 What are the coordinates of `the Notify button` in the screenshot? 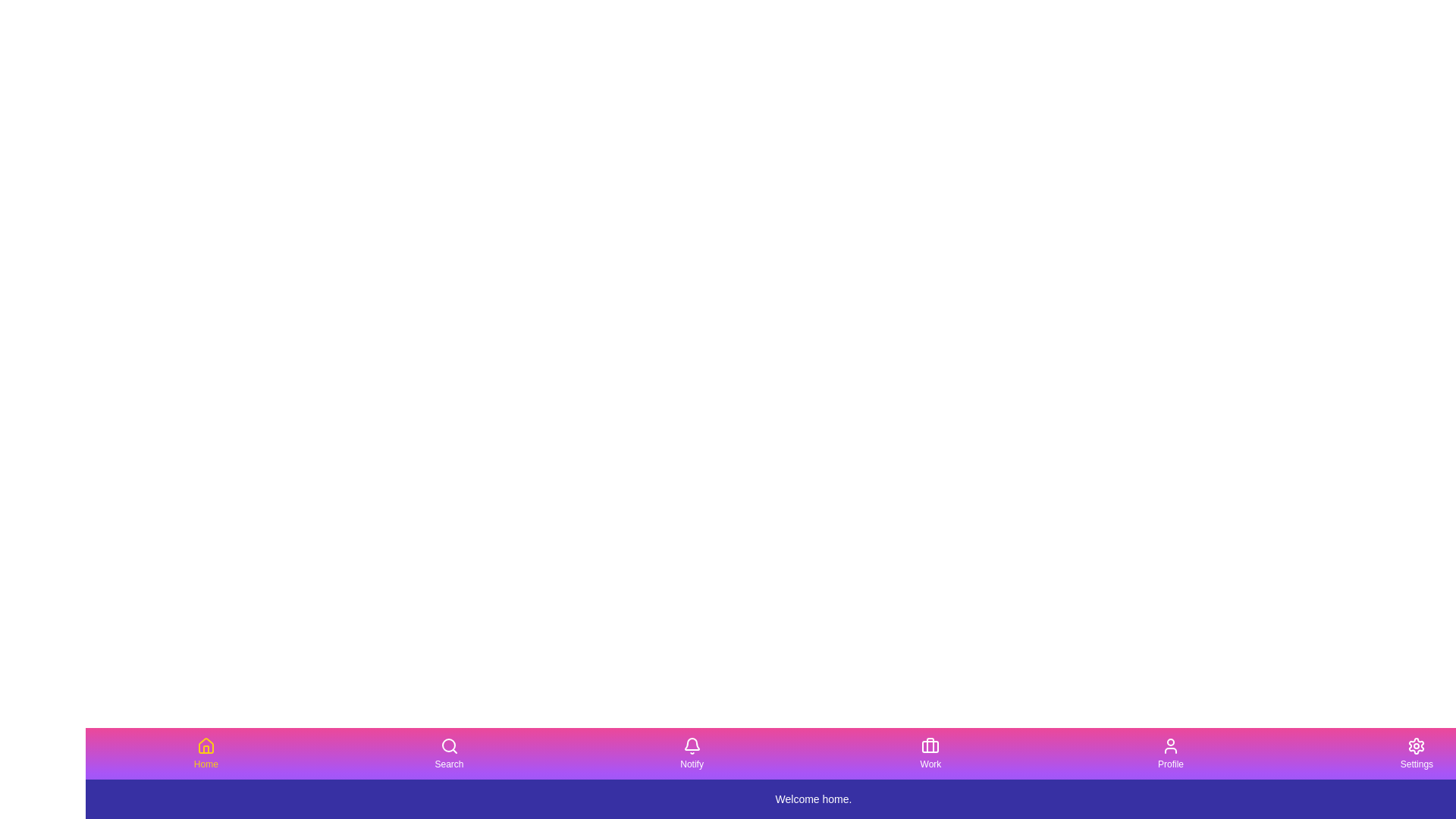 It's located at (691, 754).